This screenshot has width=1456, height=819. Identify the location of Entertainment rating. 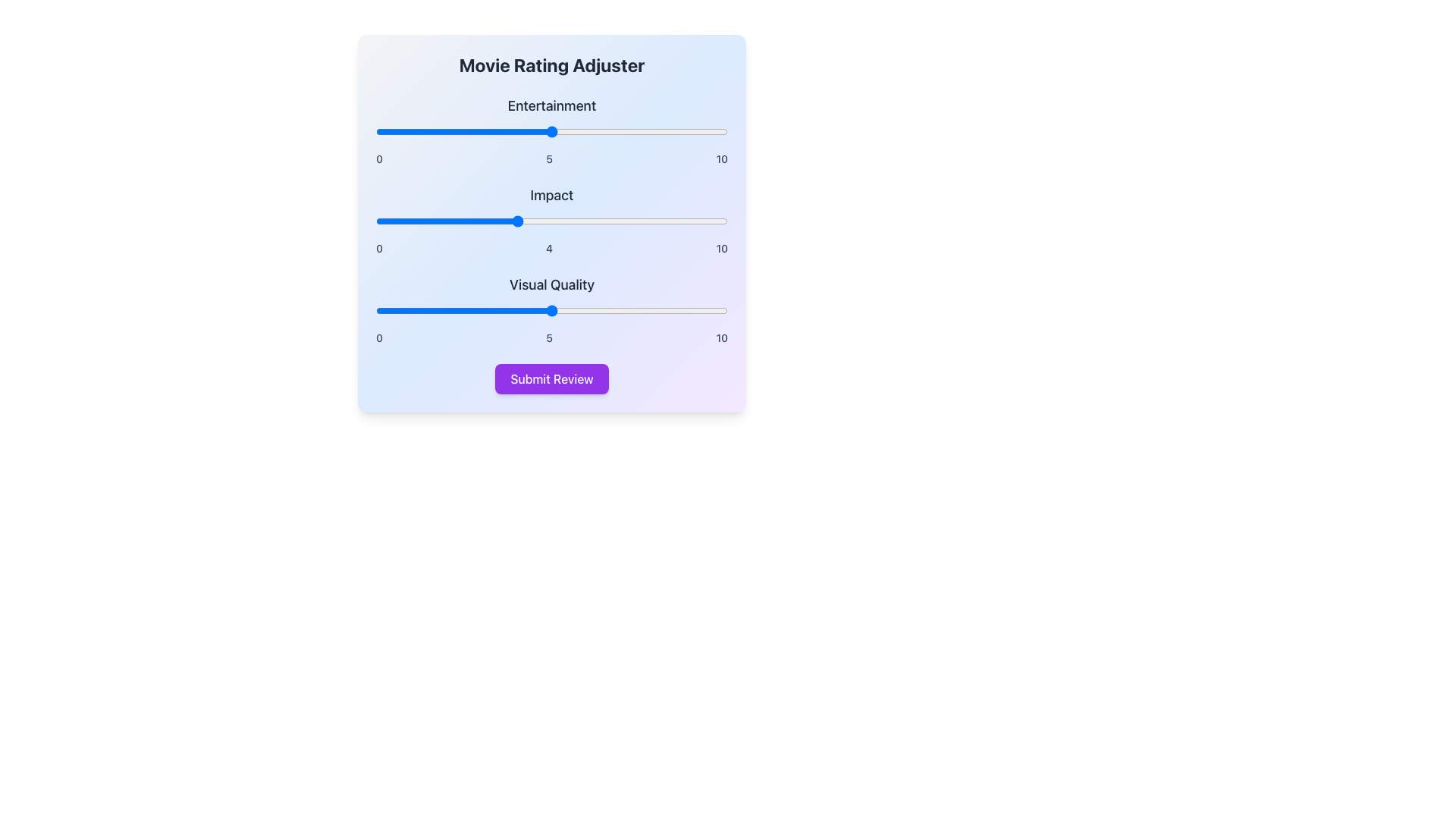
(586, 130).